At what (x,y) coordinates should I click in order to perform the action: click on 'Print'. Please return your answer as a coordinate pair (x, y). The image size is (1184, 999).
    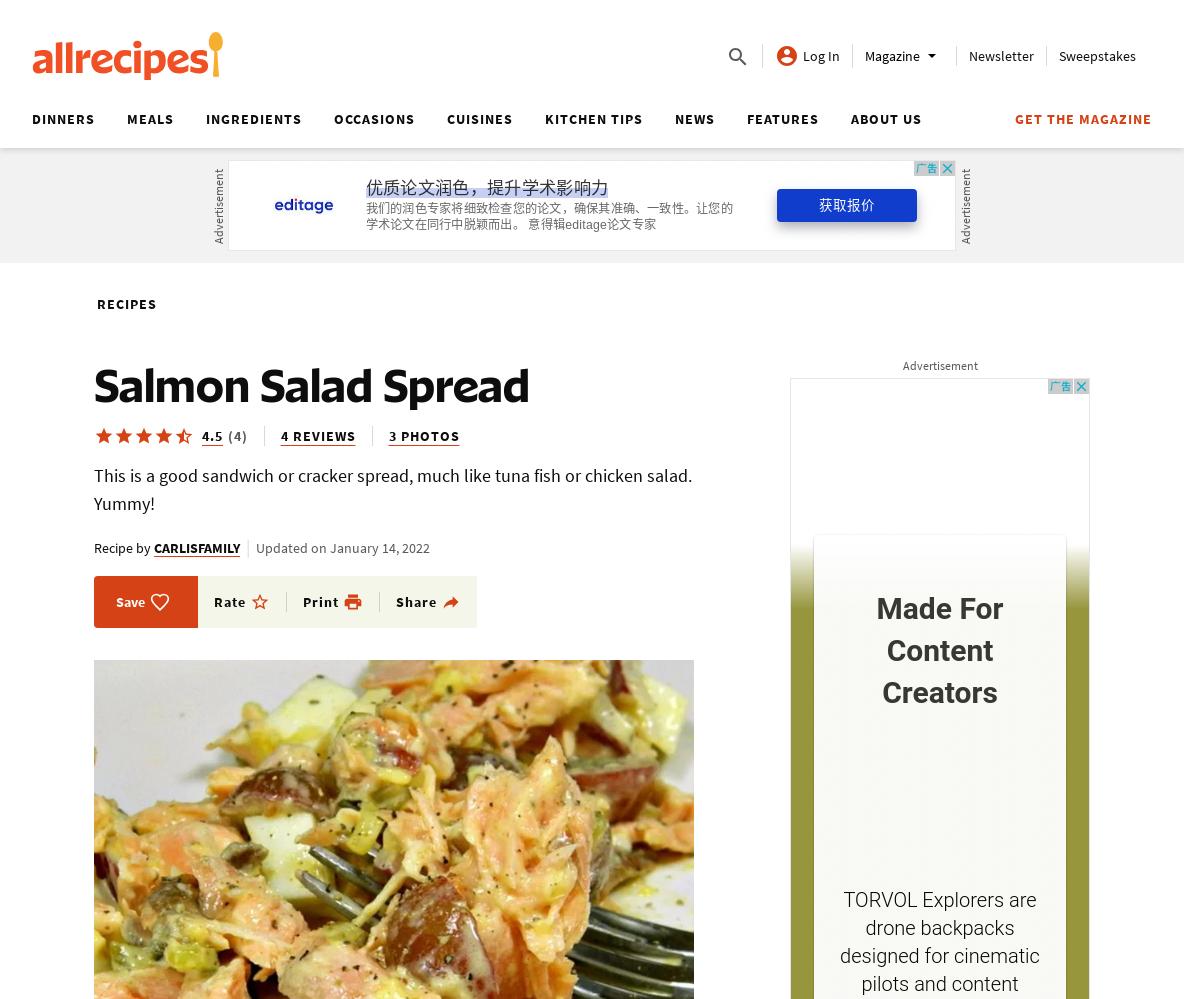
    Looking at the image, I should click on (319, 601).